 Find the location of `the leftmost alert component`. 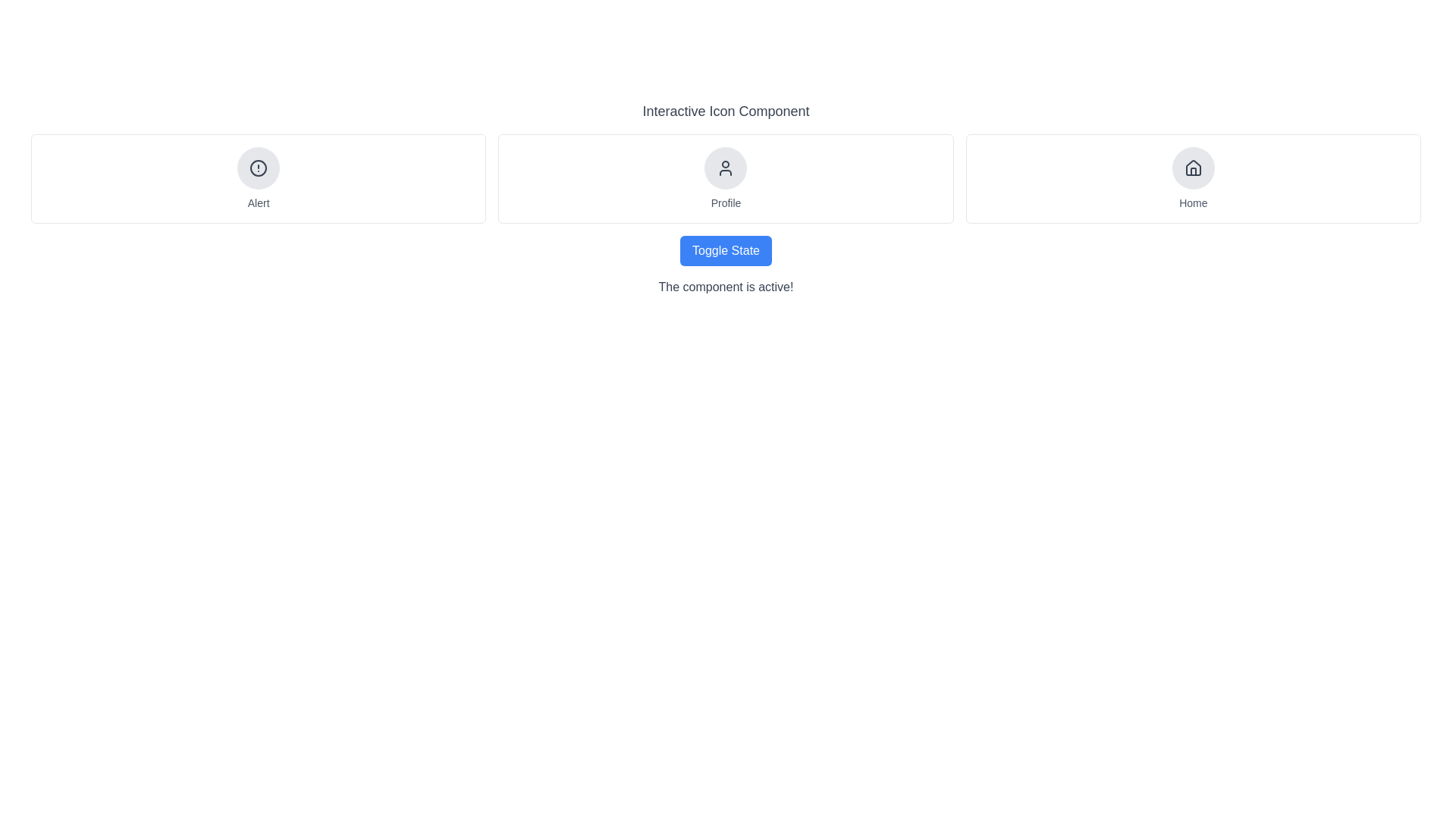

the leftmost alert component is located at coordinates (259, 177).